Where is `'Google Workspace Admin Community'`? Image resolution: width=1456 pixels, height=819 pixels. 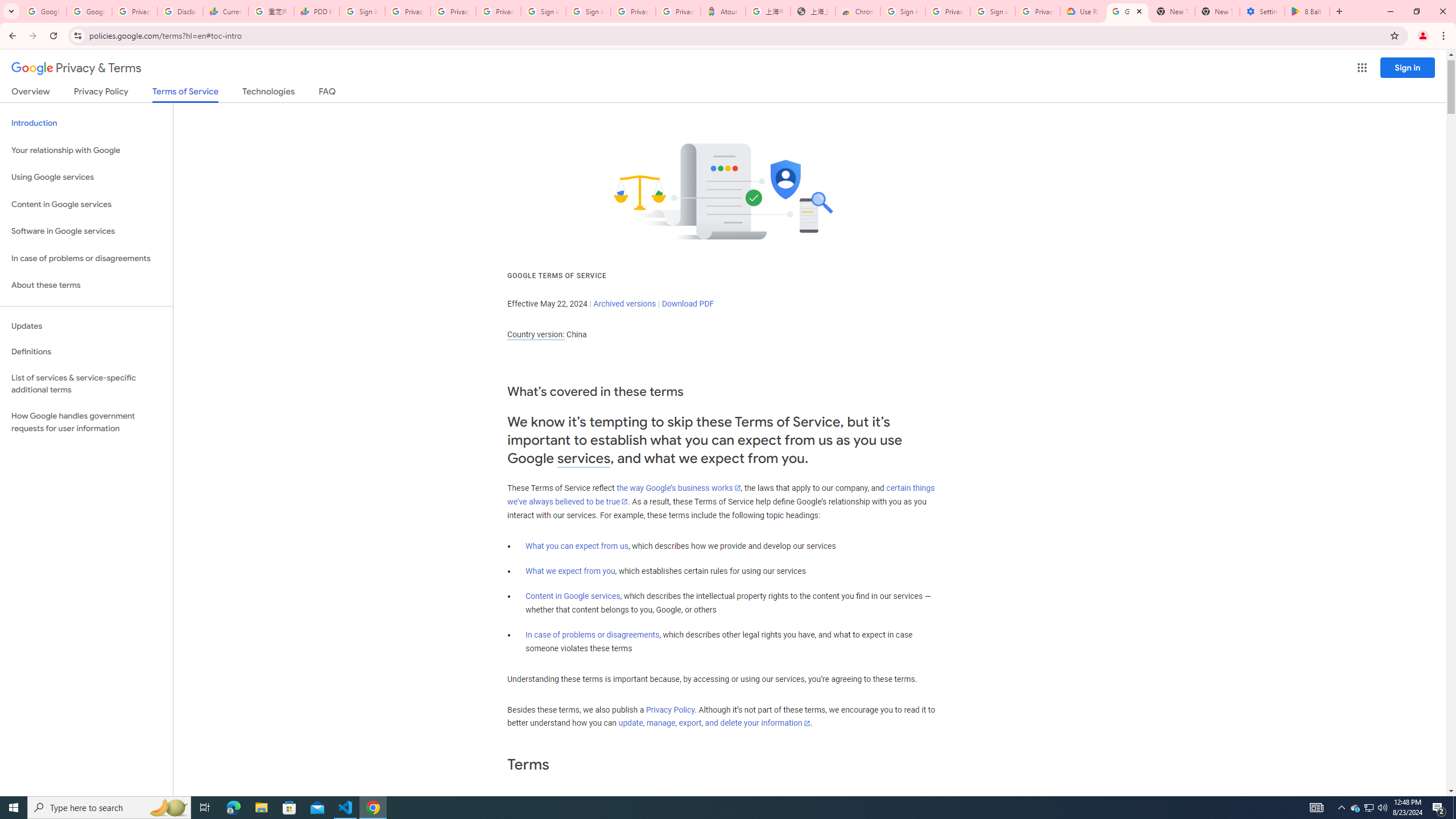
'Google Workspace Admin Community' is located at coordinates (43, 11).